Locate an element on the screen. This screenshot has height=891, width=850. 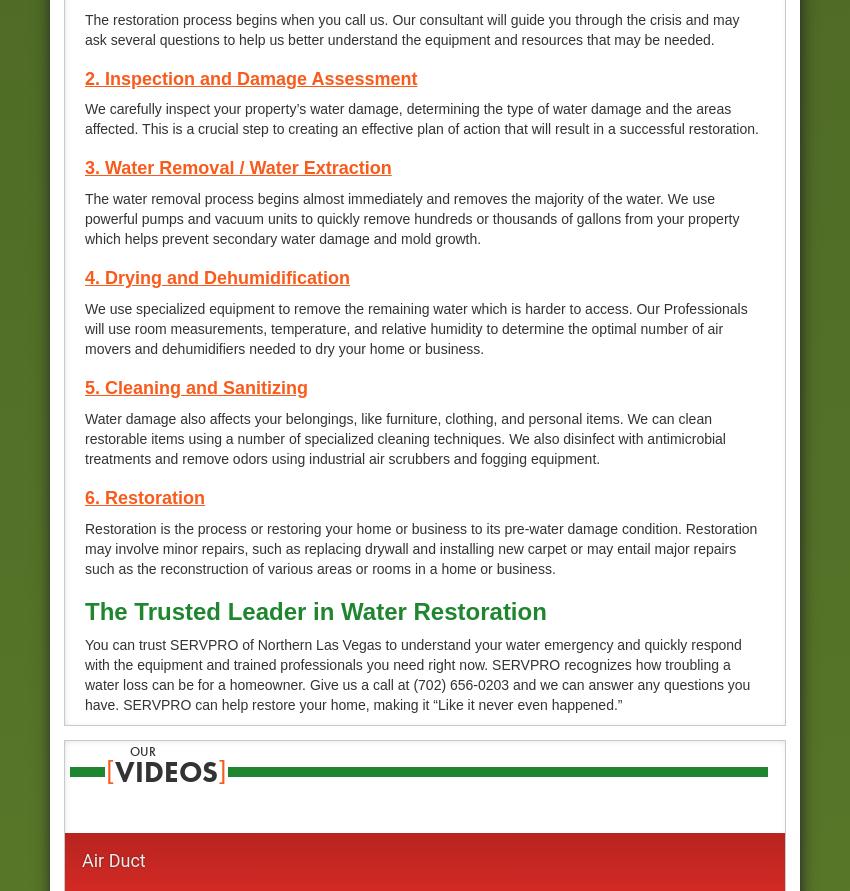
'2. Inspection and Damage Assessment' is located at coordinates (251, 77).